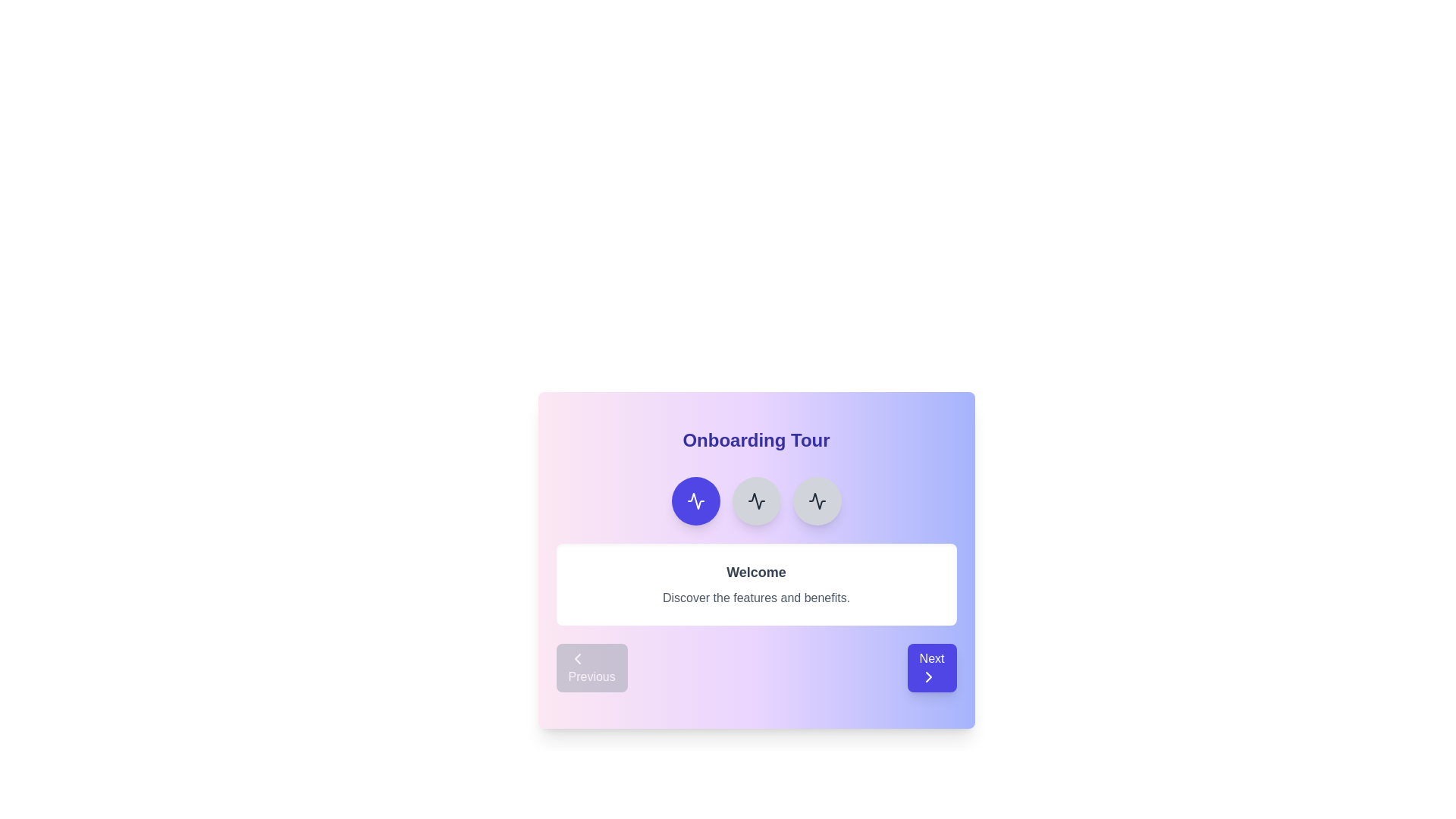 The height and width of the screenshot is (819, 1456). Describe the element at coordinates (756, 584) in the screenshot. I see `the informational message box that is centrally positioned beneath circular icons and above the navigation buttons labeled 'Previous' and 'Next', as part of the onboarding process` at that location.